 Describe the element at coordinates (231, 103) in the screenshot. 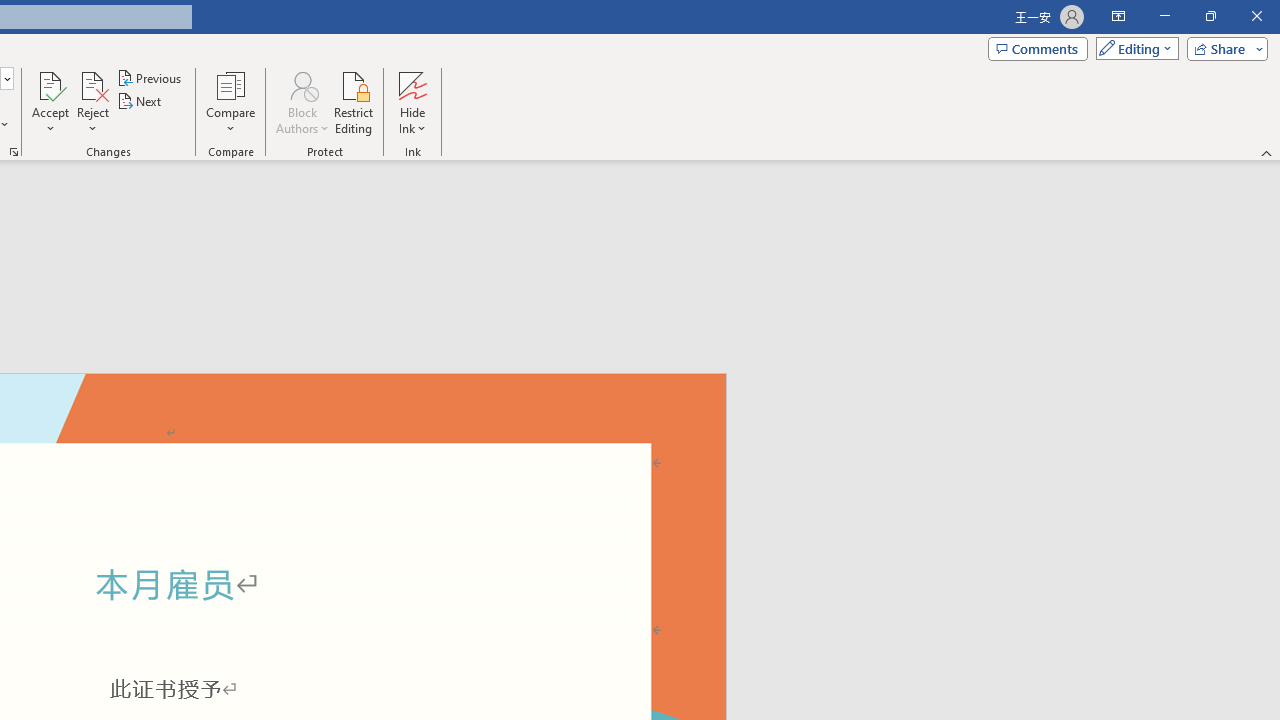

I see `'Compare'` at that location.